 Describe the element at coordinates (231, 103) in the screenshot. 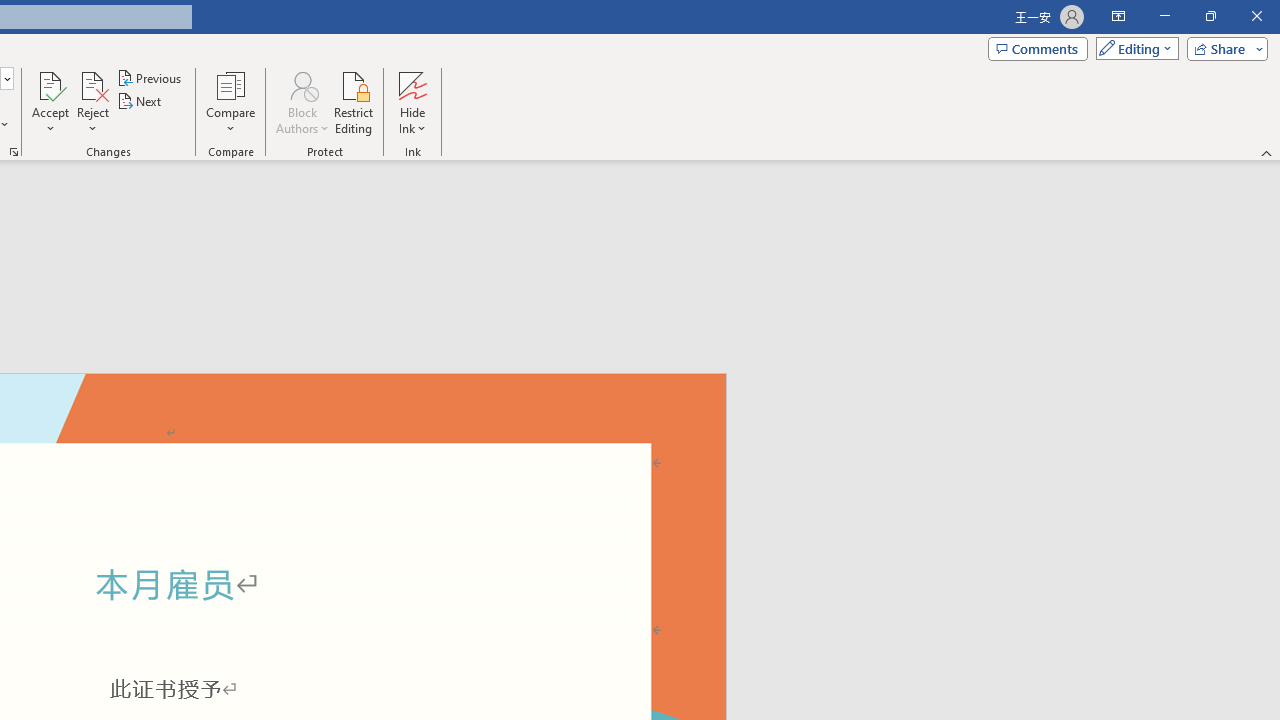

I see `'Compare'` at that location.